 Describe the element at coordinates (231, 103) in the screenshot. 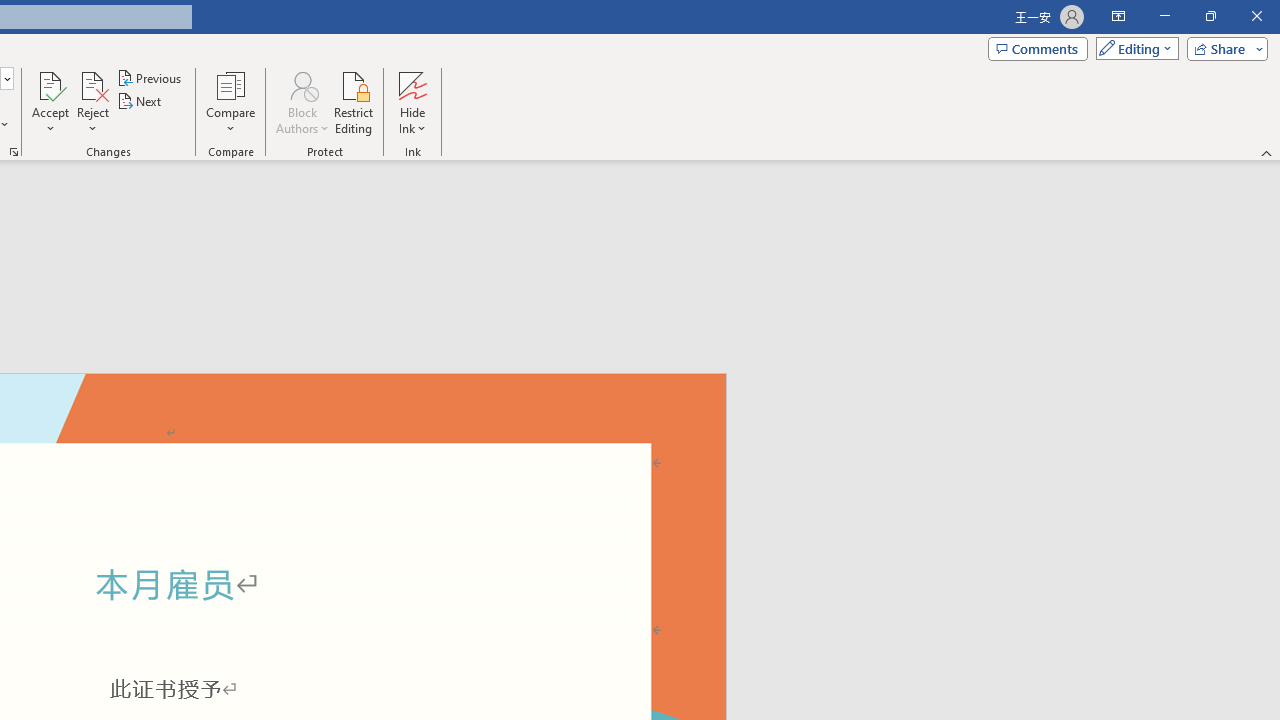

I see `'Compare'` at that location.